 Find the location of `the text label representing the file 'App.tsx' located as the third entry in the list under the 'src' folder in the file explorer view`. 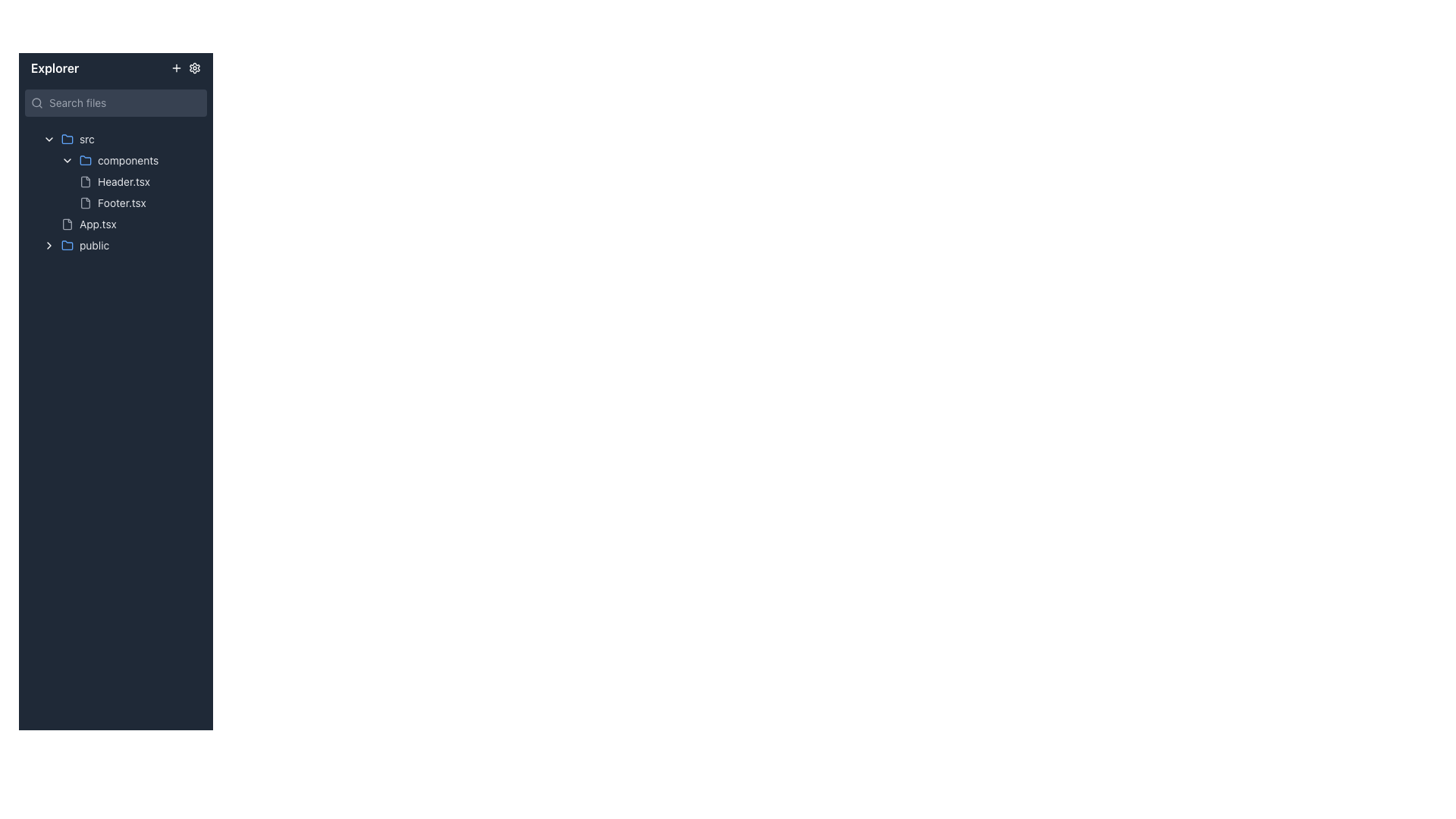

the text label representing the file 'App.tsx' located as the third entry in the list under the 'src' folder in the file explorer view is located at coordinates (97, 224).